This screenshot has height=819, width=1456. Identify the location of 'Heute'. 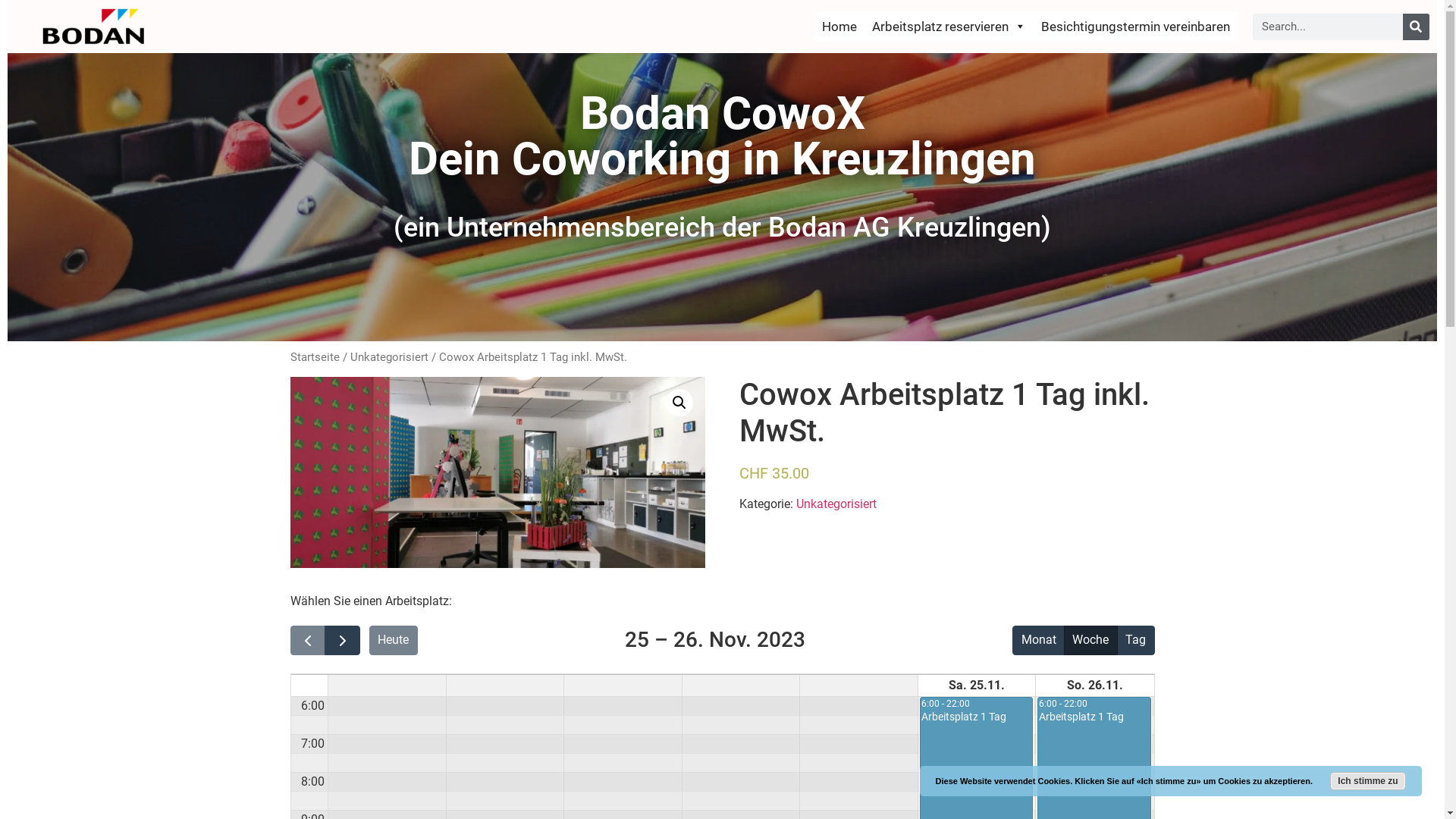
(393, 640).